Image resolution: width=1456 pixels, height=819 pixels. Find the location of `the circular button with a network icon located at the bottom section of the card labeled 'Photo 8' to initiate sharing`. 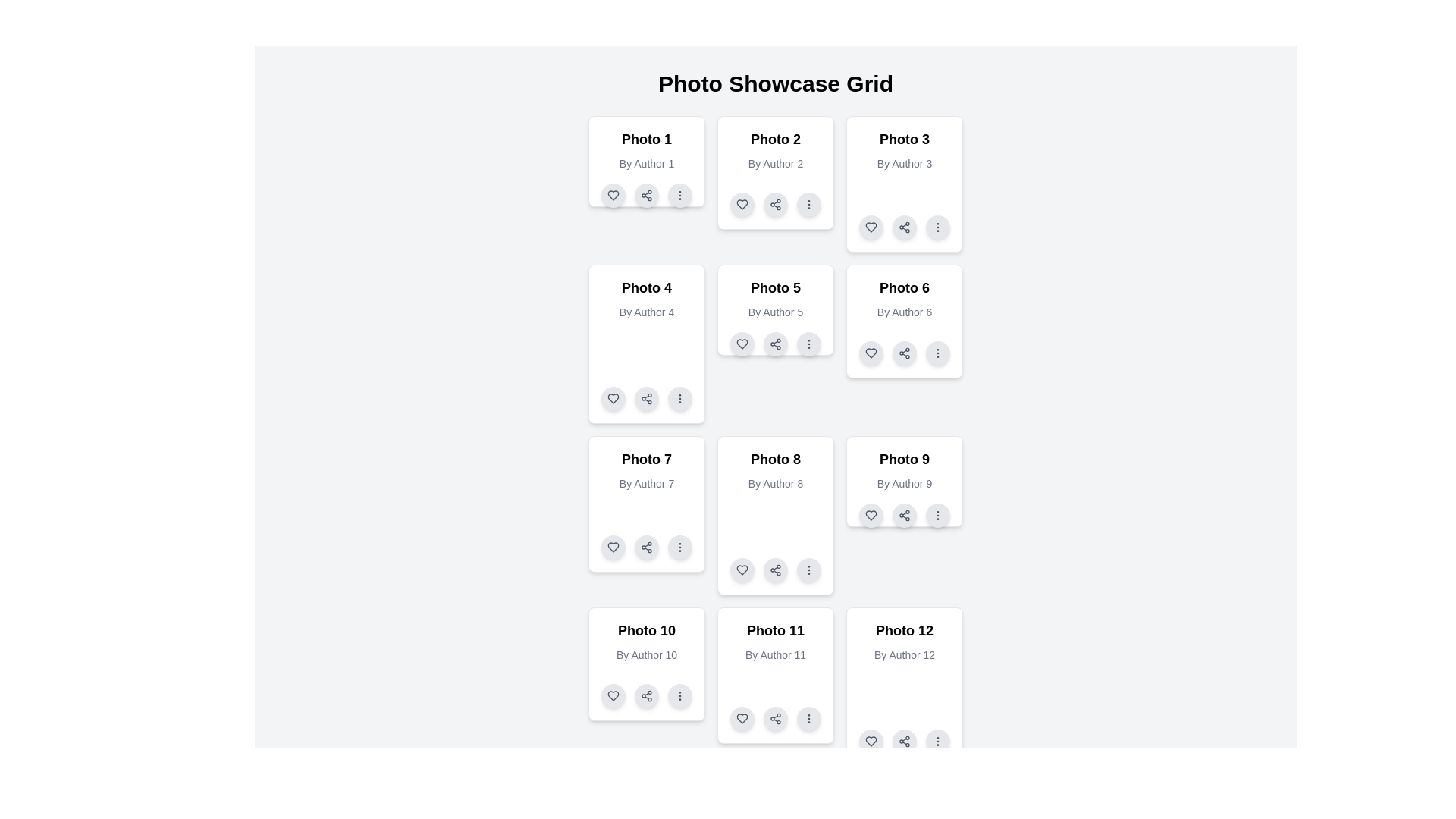

the circular button with a network icon located at the bottom section of the card labeled 'Photo 8' to initiate sharing is located at coordinates (775, 570).